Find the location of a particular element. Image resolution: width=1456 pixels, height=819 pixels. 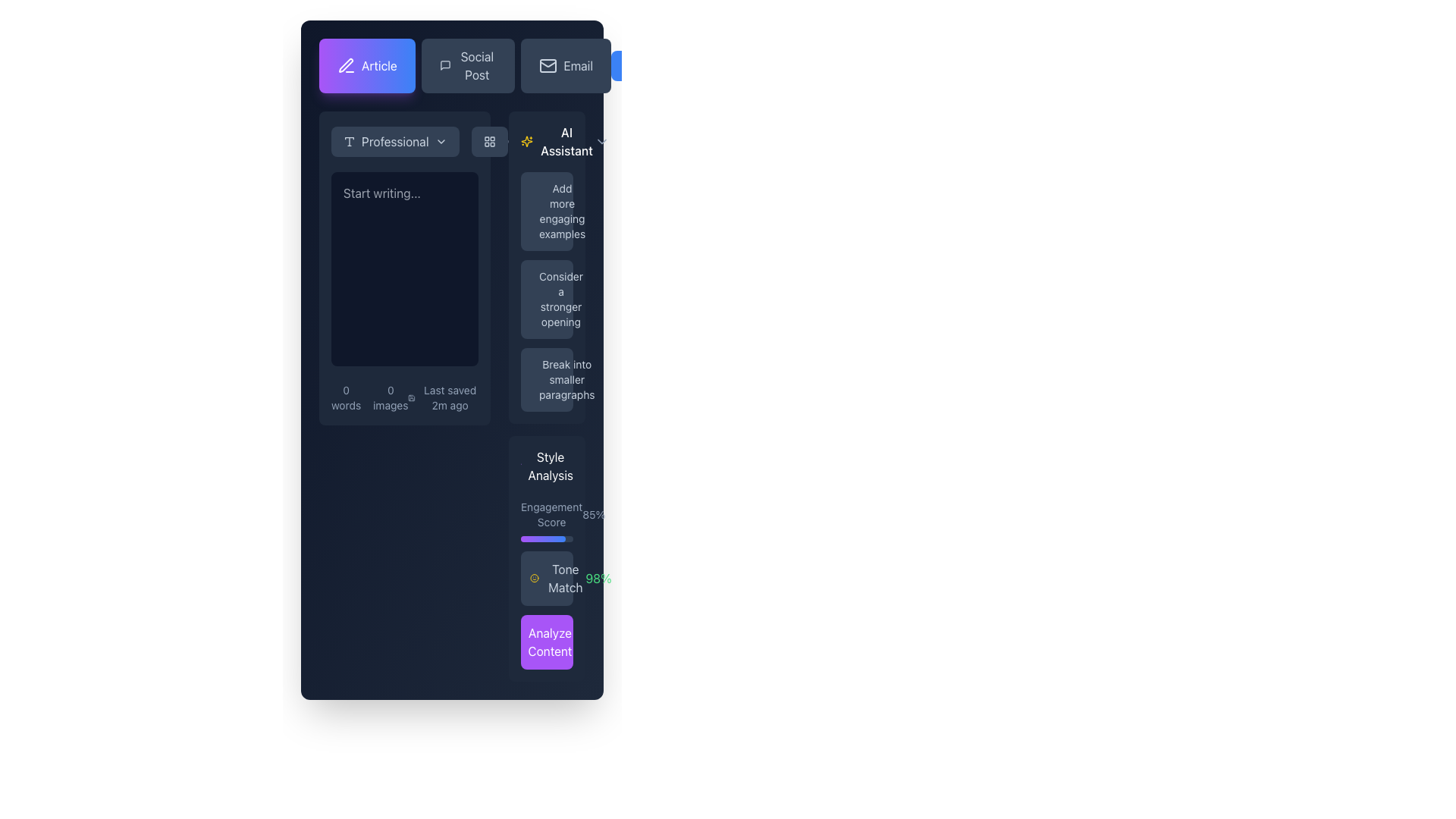

the envelope icon in the top navigation bar, which represents the email functionality, located between the 'Social Post' button and other navigation options is located at coordinates (548, 65).